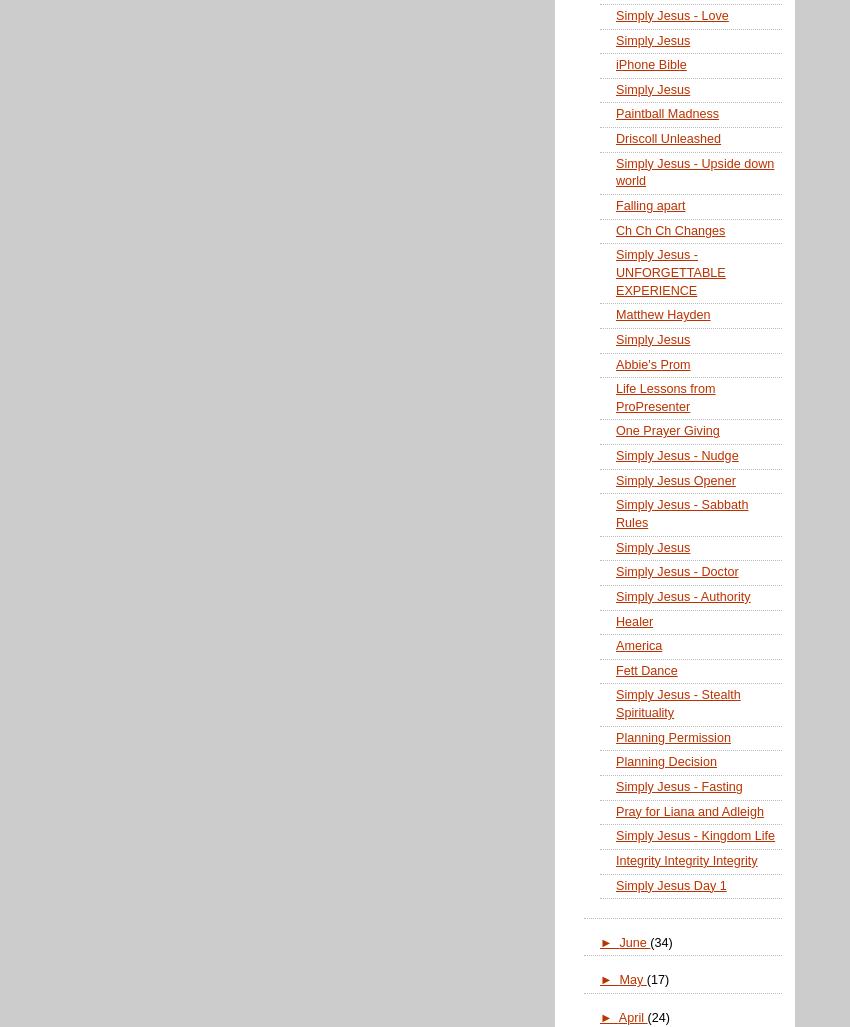 Image resolution: width=850 pixels, height=1027 pixels. I want to click on '(24)', so click(657, 1016).